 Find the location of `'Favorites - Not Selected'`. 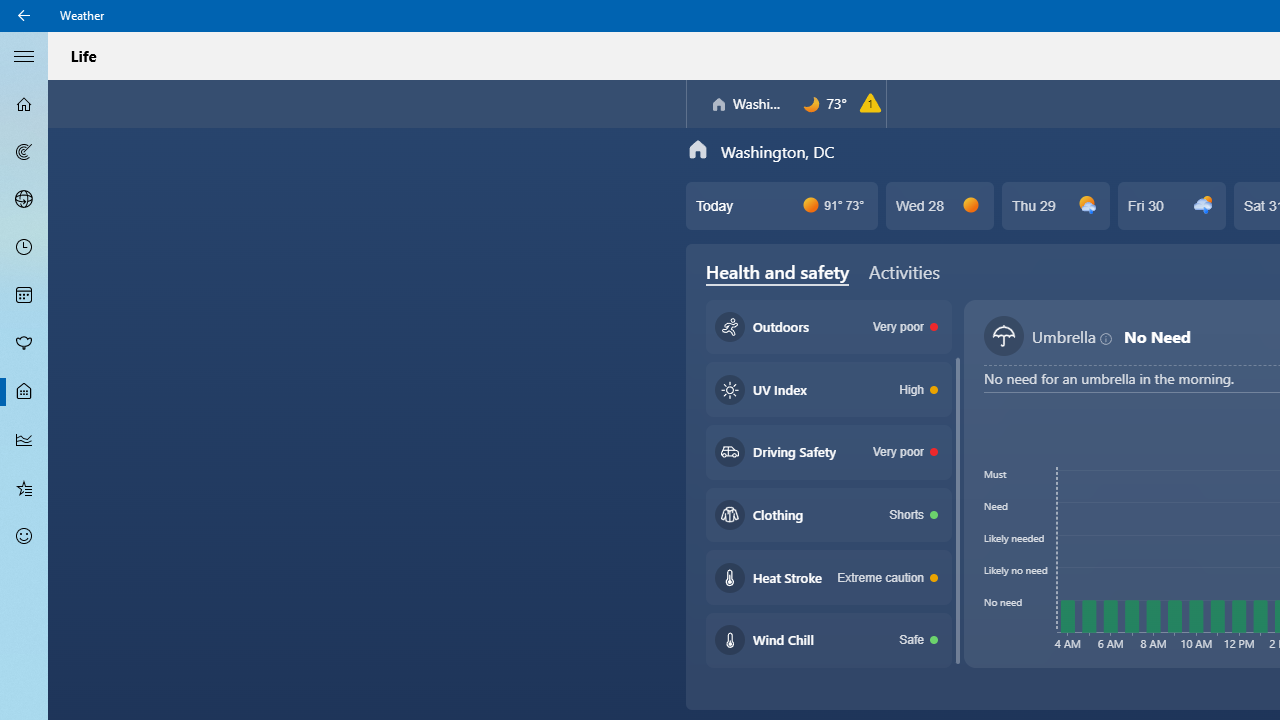

'Favorites - Not Selected' is located at coordinates (24, 487).